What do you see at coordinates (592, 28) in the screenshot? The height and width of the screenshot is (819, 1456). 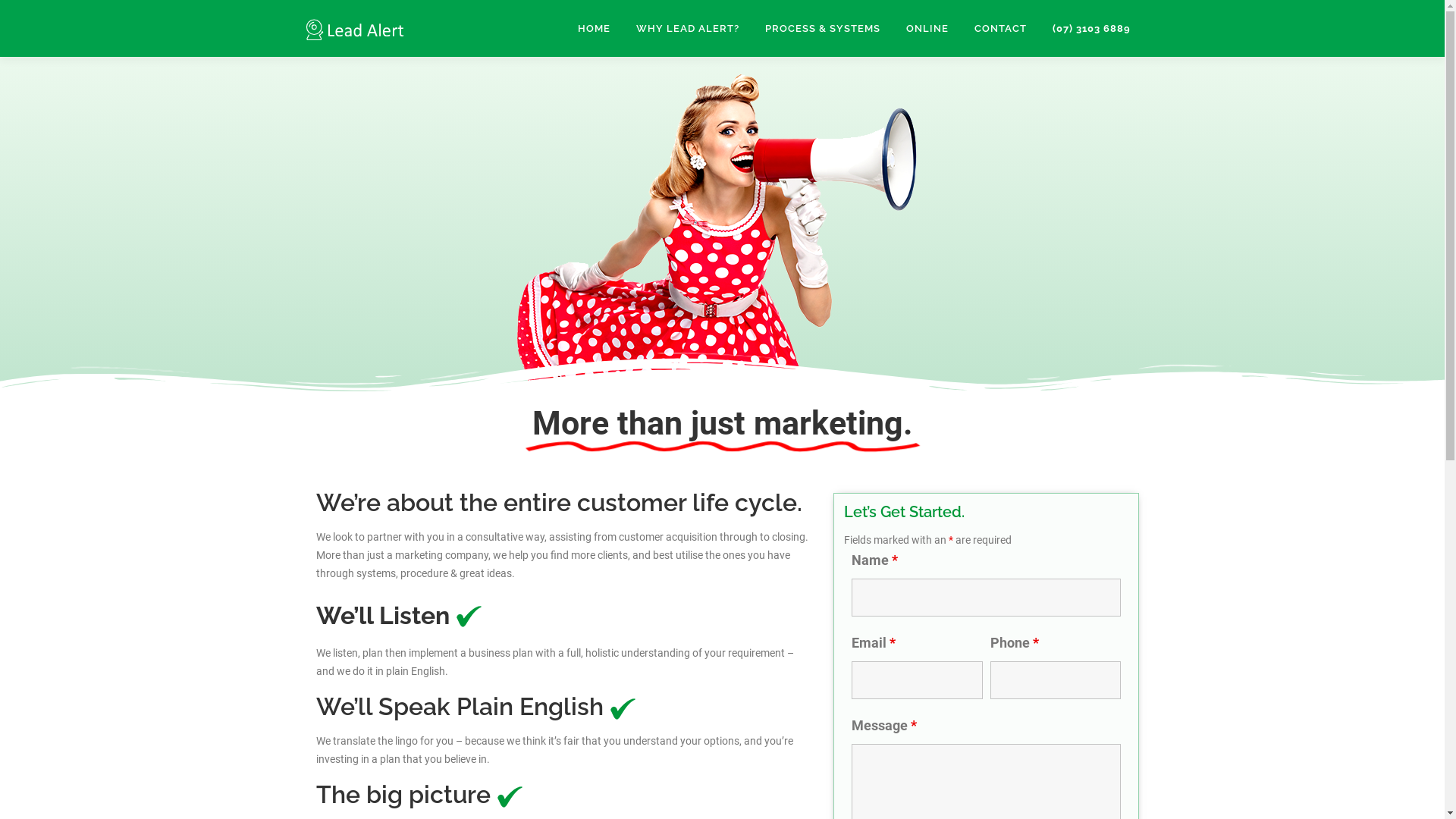 I see `'HOME'` at bounding box center [592, 28].